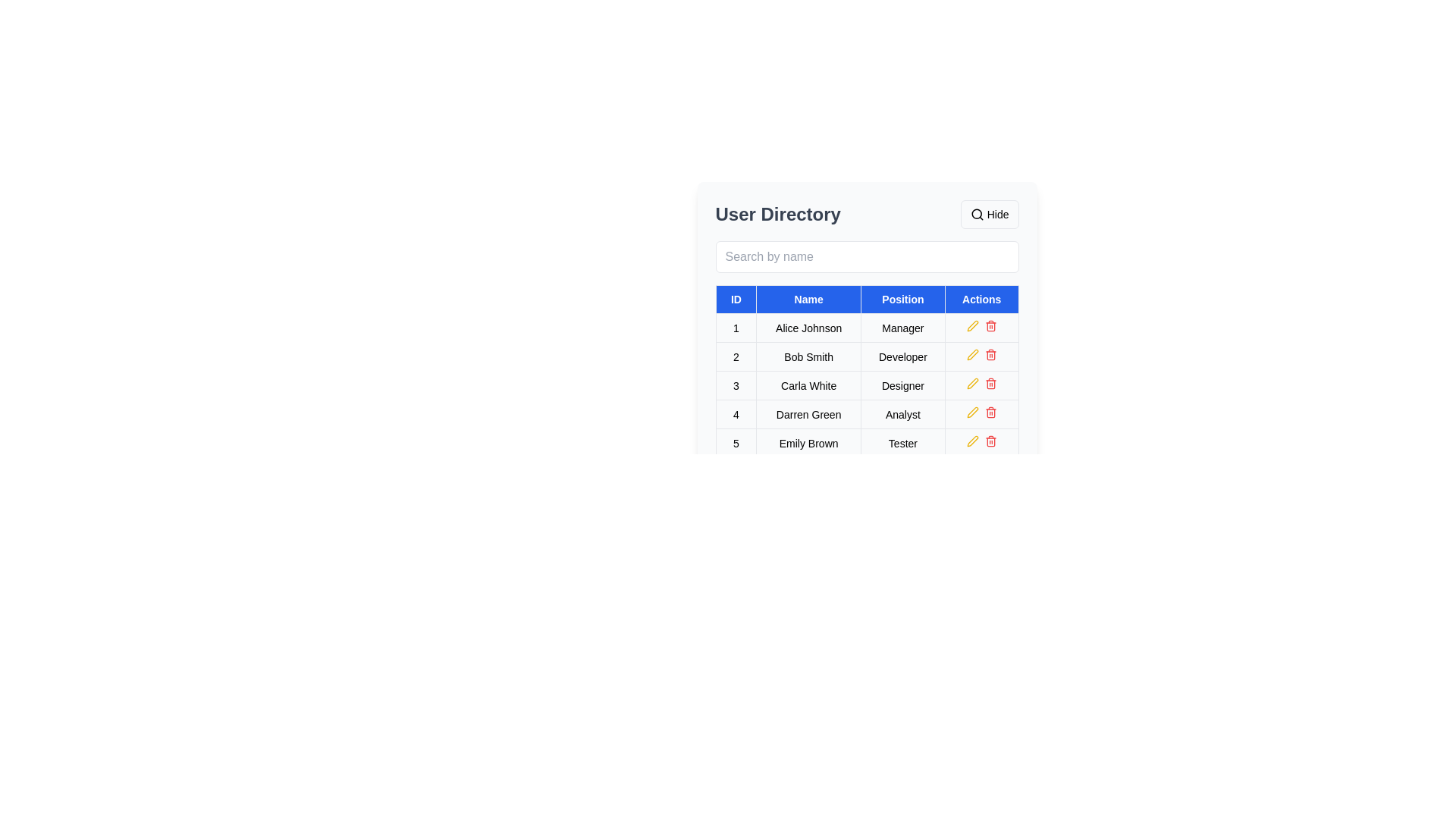  What do you see at coordinates (808, 327) in the screenshot?
I see `the text label displaying 'Alice Johnson' located in the second column of the first data row under the 'Name' header` at bounding box center [808, 327].